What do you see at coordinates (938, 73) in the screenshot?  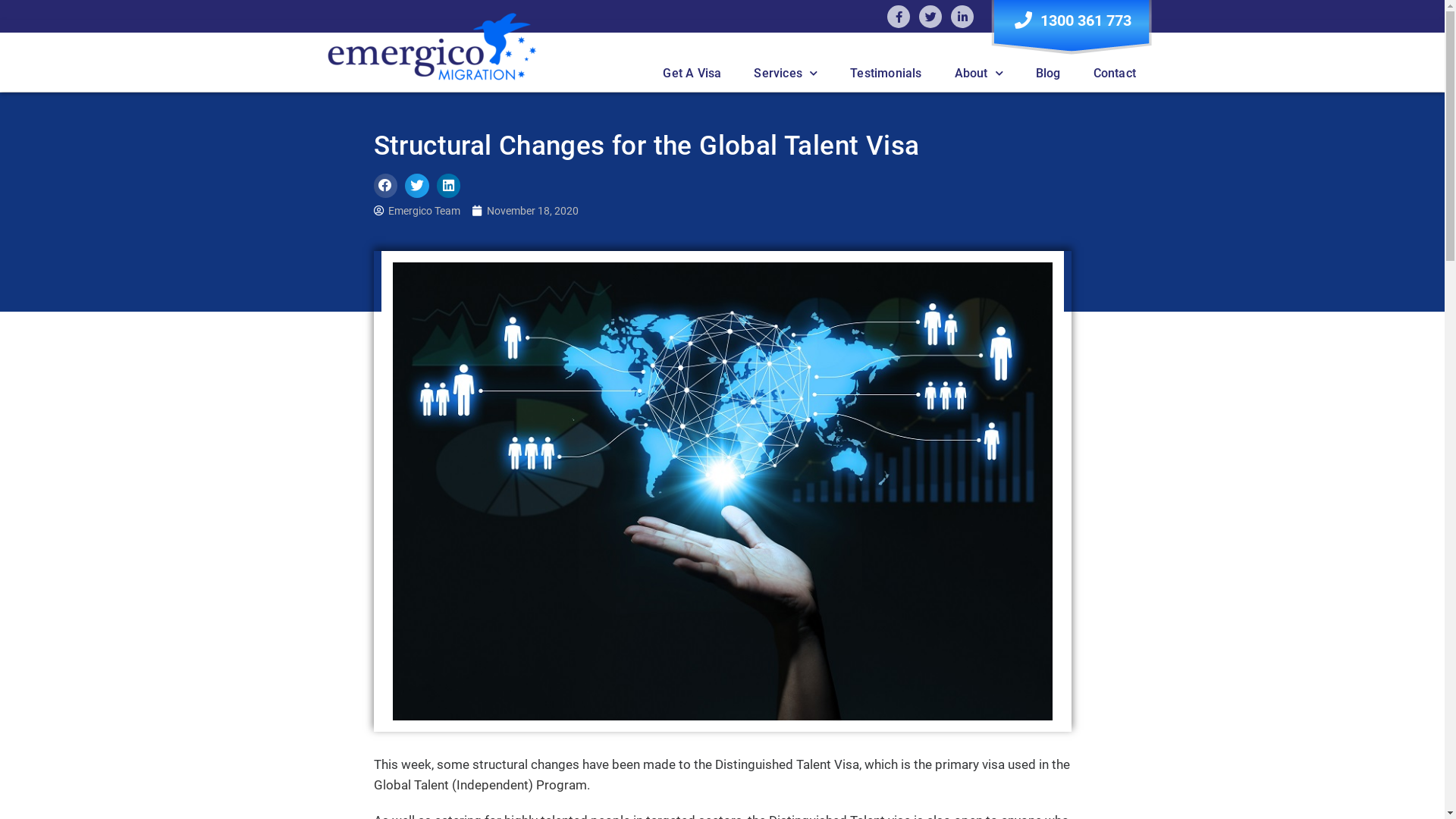 I see `'About'` at bounding box center [938, 73].